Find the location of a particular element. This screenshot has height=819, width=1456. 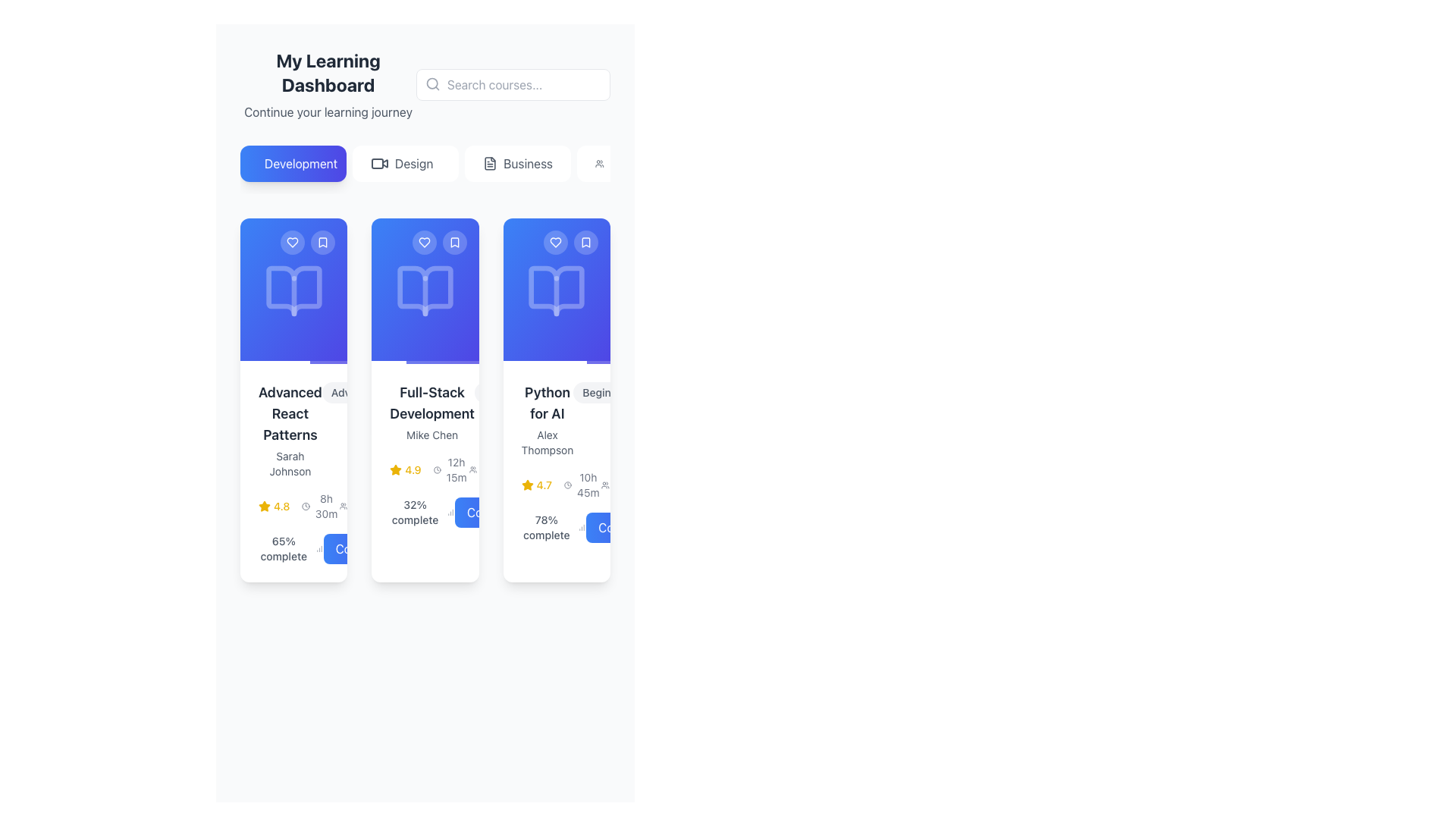

text displaying the percentage completion of the 'Python for AI' course, located above the 'Continue' button in the rightmost card of the horizontal list is located at coordinates (553, 526).